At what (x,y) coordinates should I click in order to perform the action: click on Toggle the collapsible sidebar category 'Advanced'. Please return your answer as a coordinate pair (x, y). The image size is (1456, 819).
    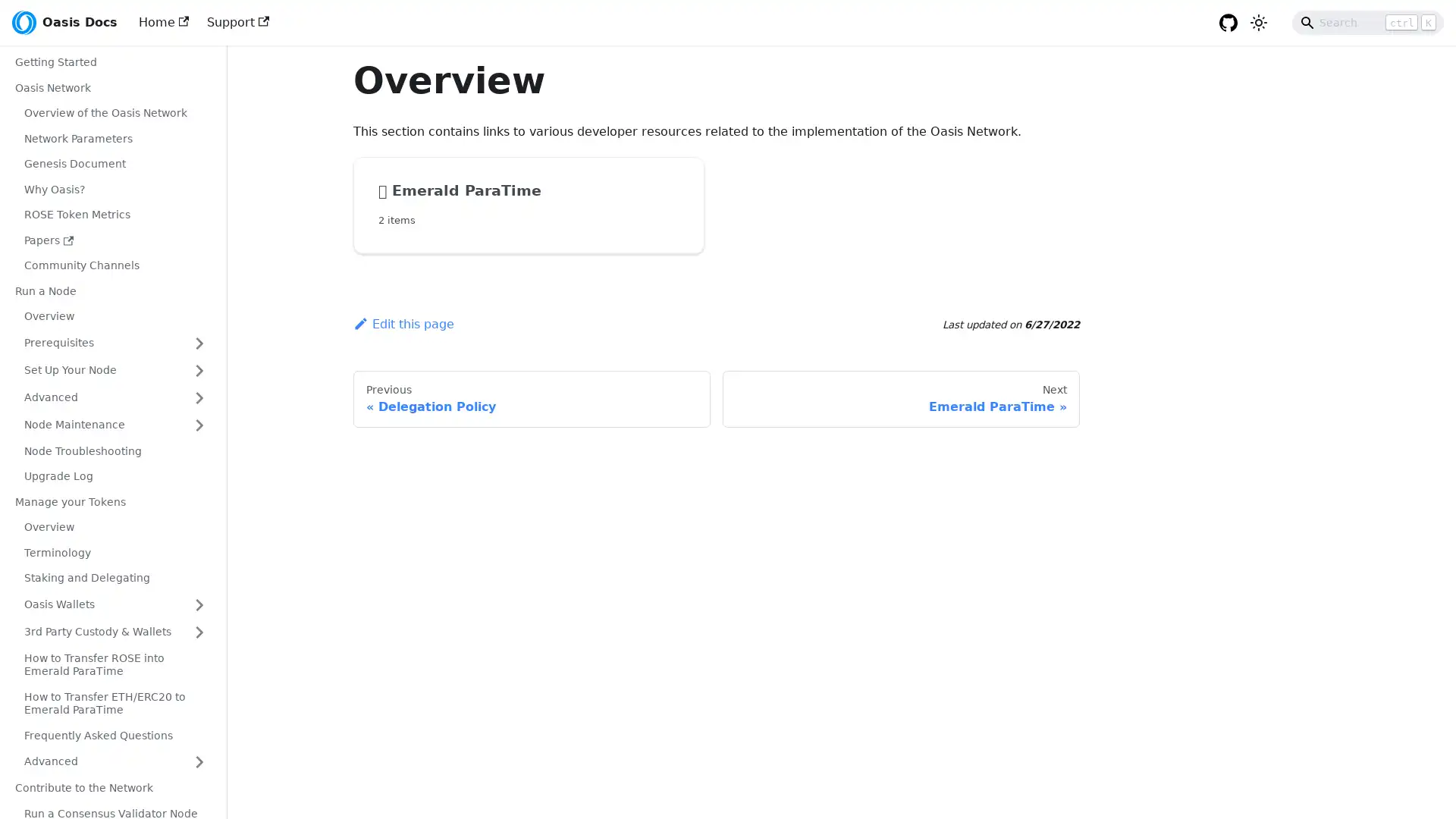
    Looking at the image, I should click on (199, 762).